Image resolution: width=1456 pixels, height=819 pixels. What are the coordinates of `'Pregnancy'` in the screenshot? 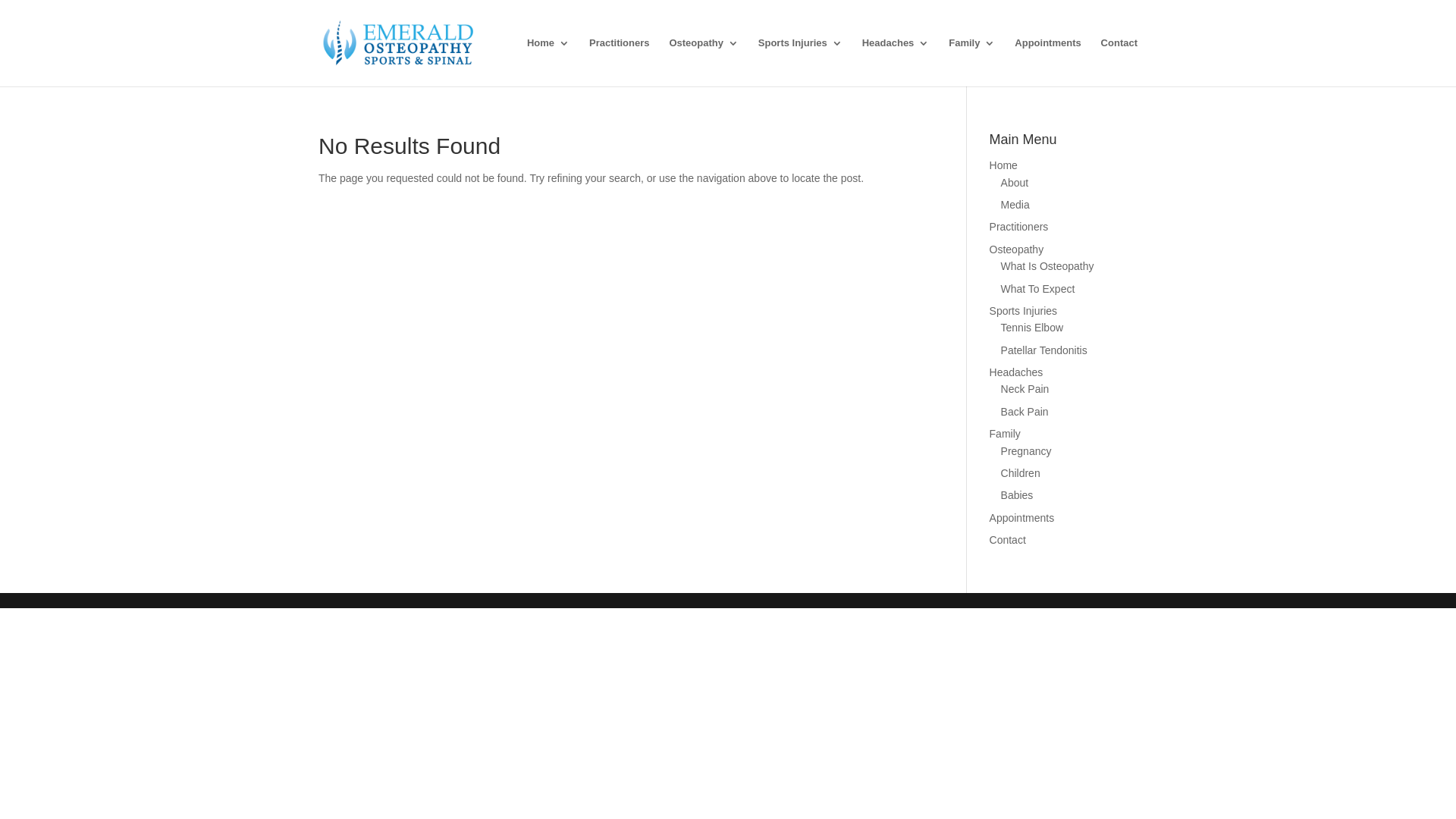 It's located at (1026, 450).